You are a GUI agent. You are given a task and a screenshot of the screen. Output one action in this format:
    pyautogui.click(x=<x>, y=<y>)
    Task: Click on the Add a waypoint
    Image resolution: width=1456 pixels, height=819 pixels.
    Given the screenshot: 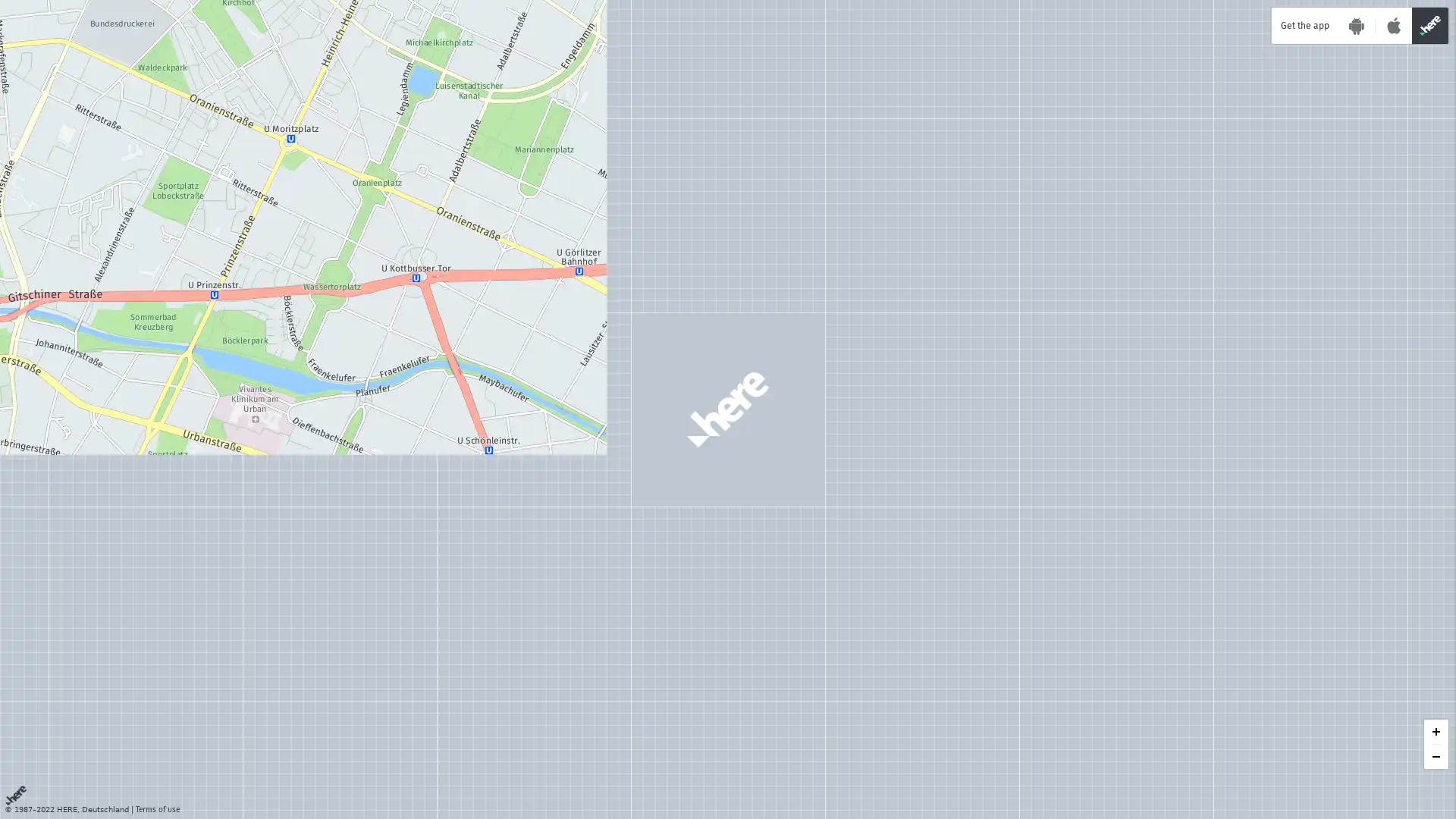 What is the action you would take?
    pyautogui.click(x=61, y=42)
    